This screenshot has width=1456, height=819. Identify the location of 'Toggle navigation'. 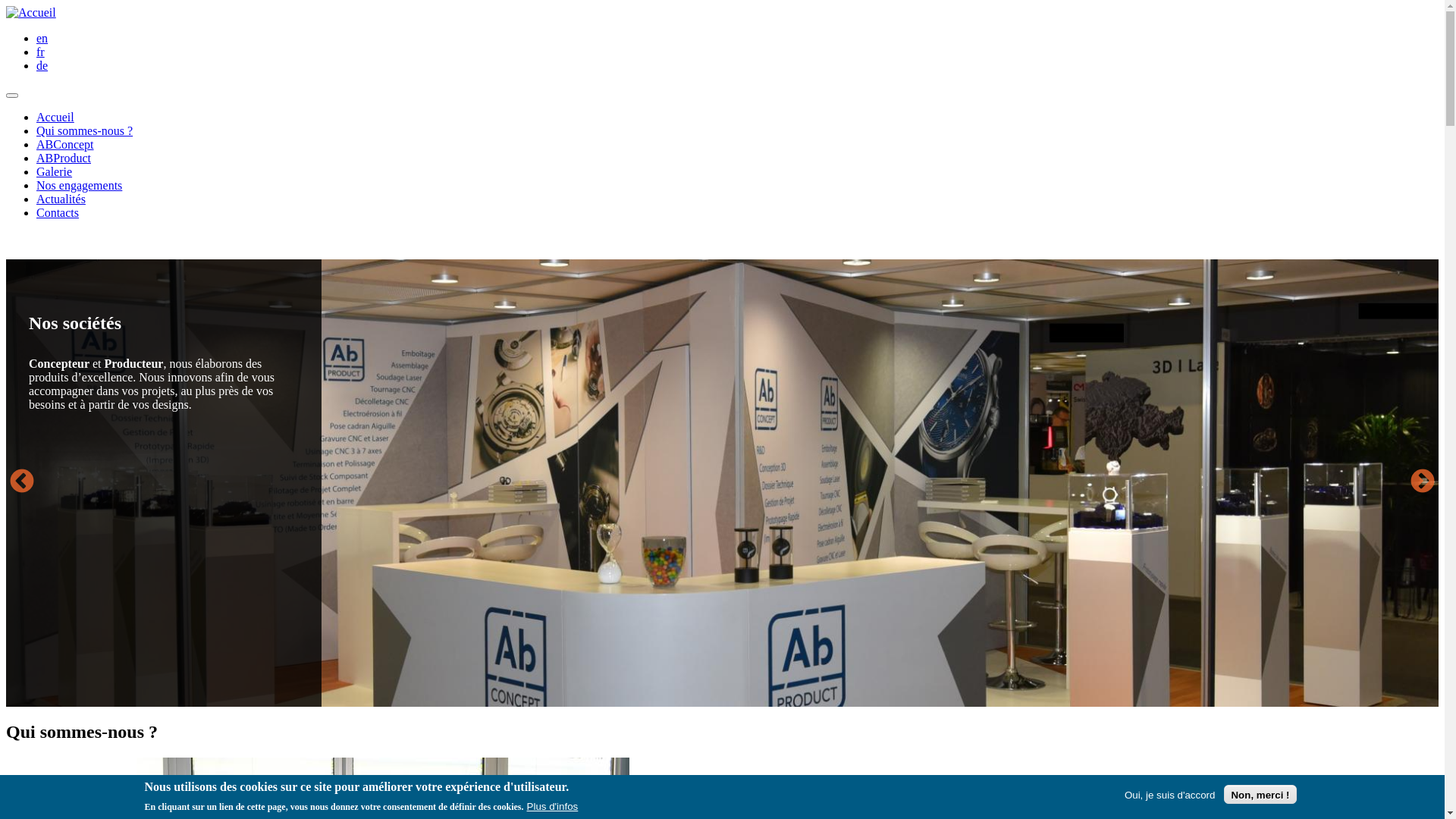
(11, 96).